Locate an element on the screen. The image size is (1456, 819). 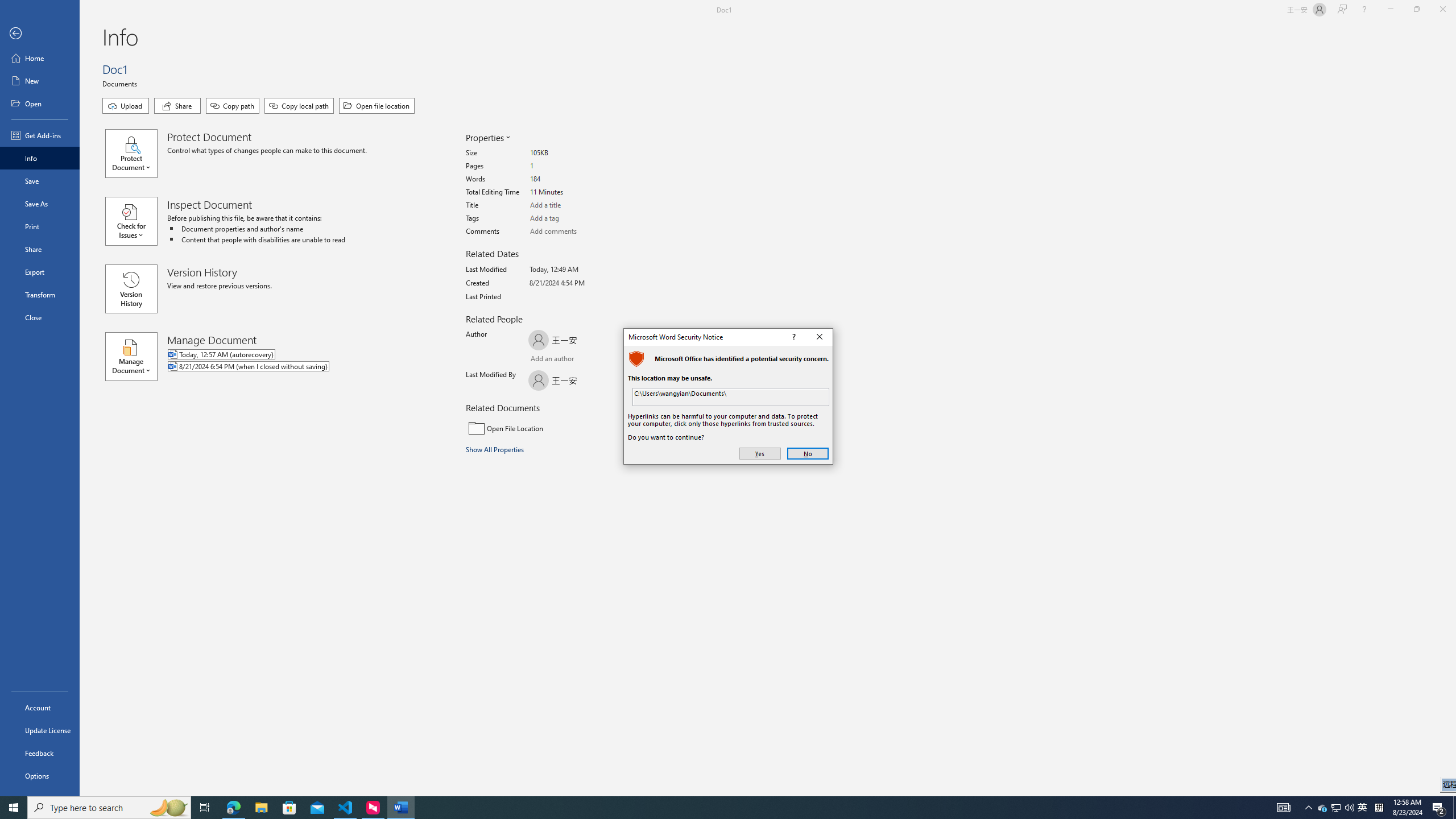
'Properties' is located at coordinates (487, 137).